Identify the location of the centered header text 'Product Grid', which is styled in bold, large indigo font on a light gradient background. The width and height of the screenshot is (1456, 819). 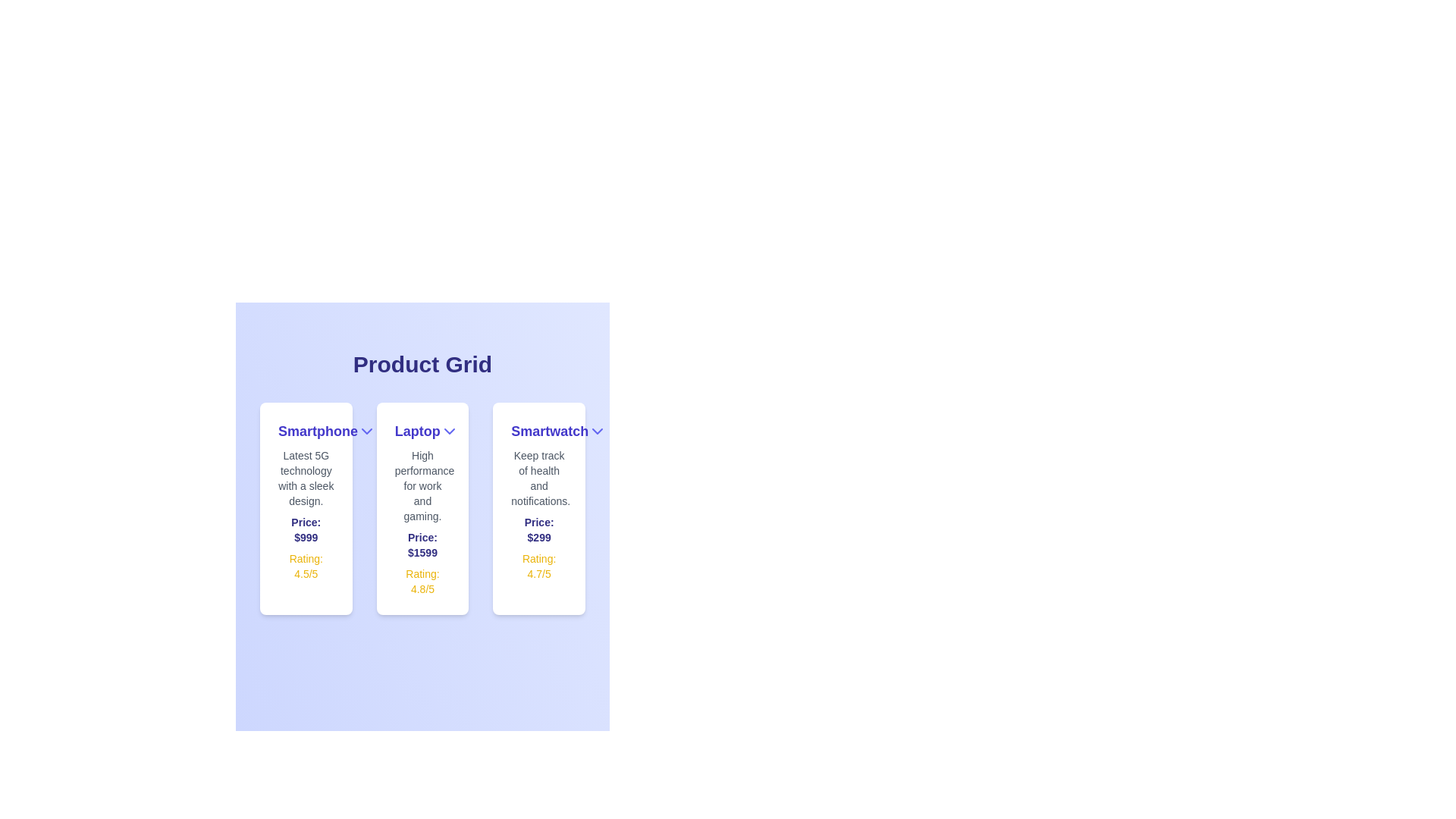
(422, 365).